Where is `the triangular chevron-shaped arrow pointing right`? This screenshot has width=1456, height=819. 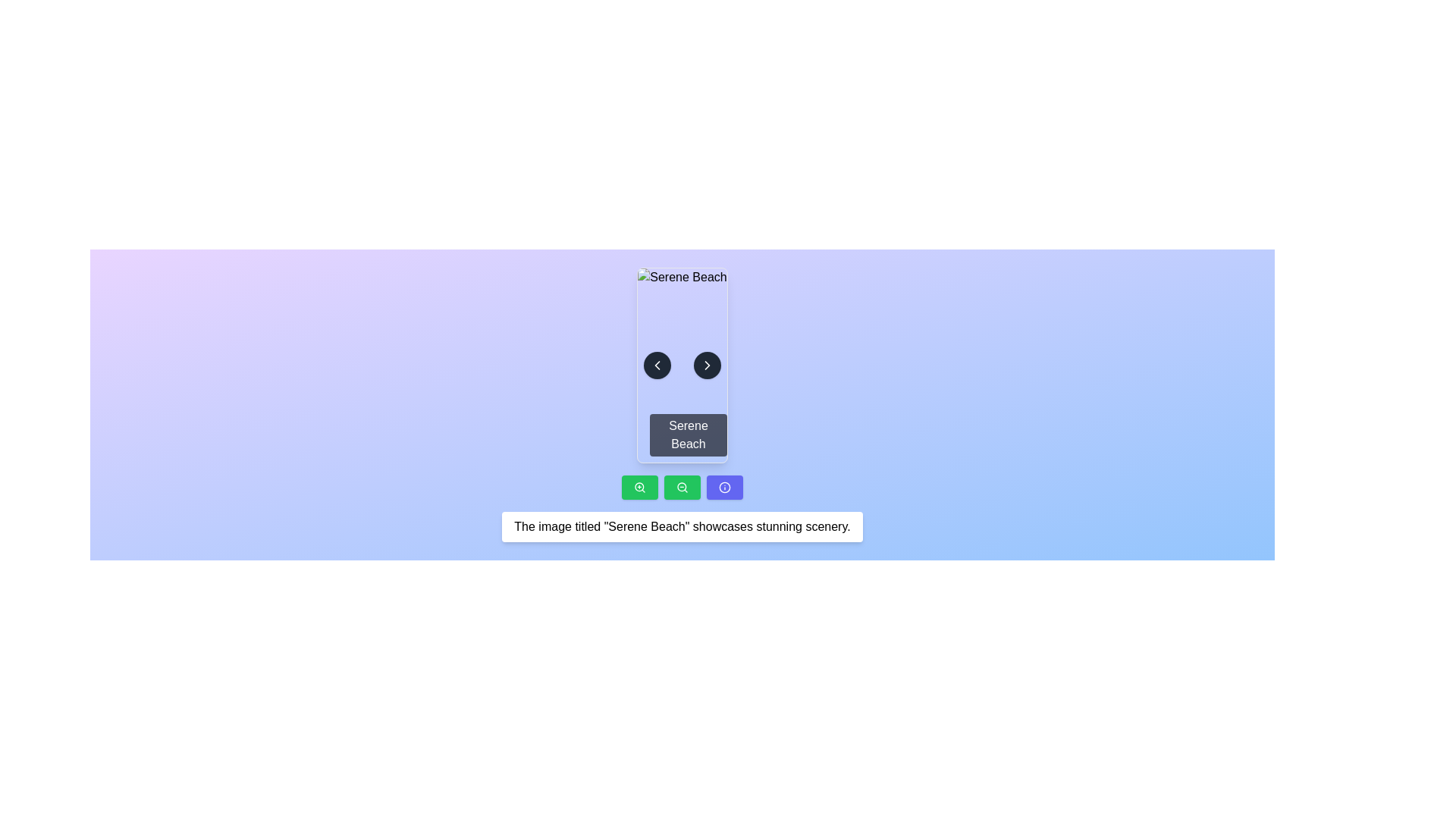
the triangular chevron-shaped arrow pointing right is located at coordinates (706, 366).